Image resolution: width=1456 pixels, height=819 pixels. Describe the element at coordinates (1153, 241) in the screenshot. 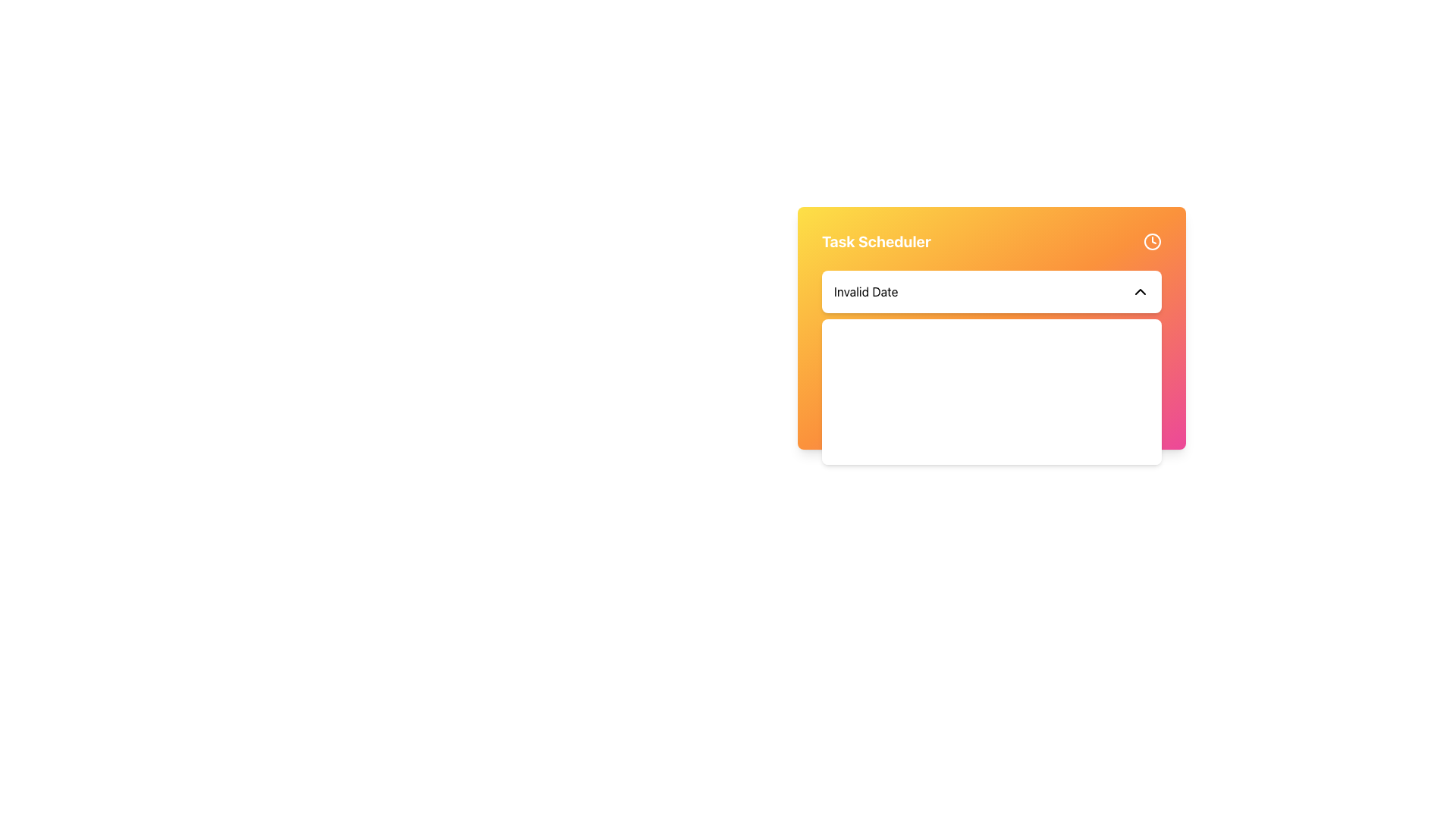

I see `the clock icon located to the far right of the 'Task Scheduler' header, which is styled with a circular frame and clock hands` at that location.